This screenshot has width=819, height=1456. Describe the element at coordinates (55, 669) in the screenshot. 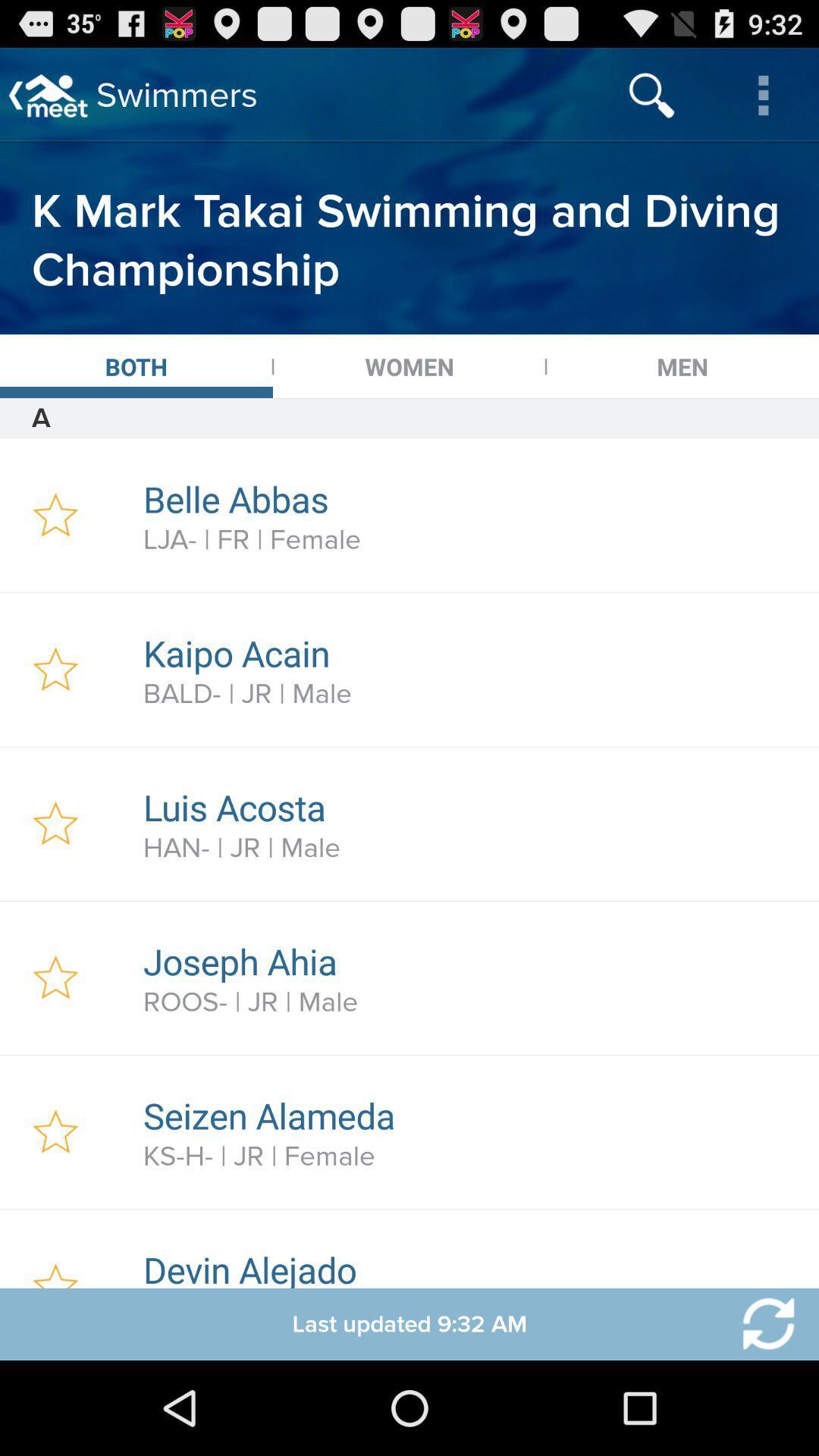

I see `favorite` at that location.